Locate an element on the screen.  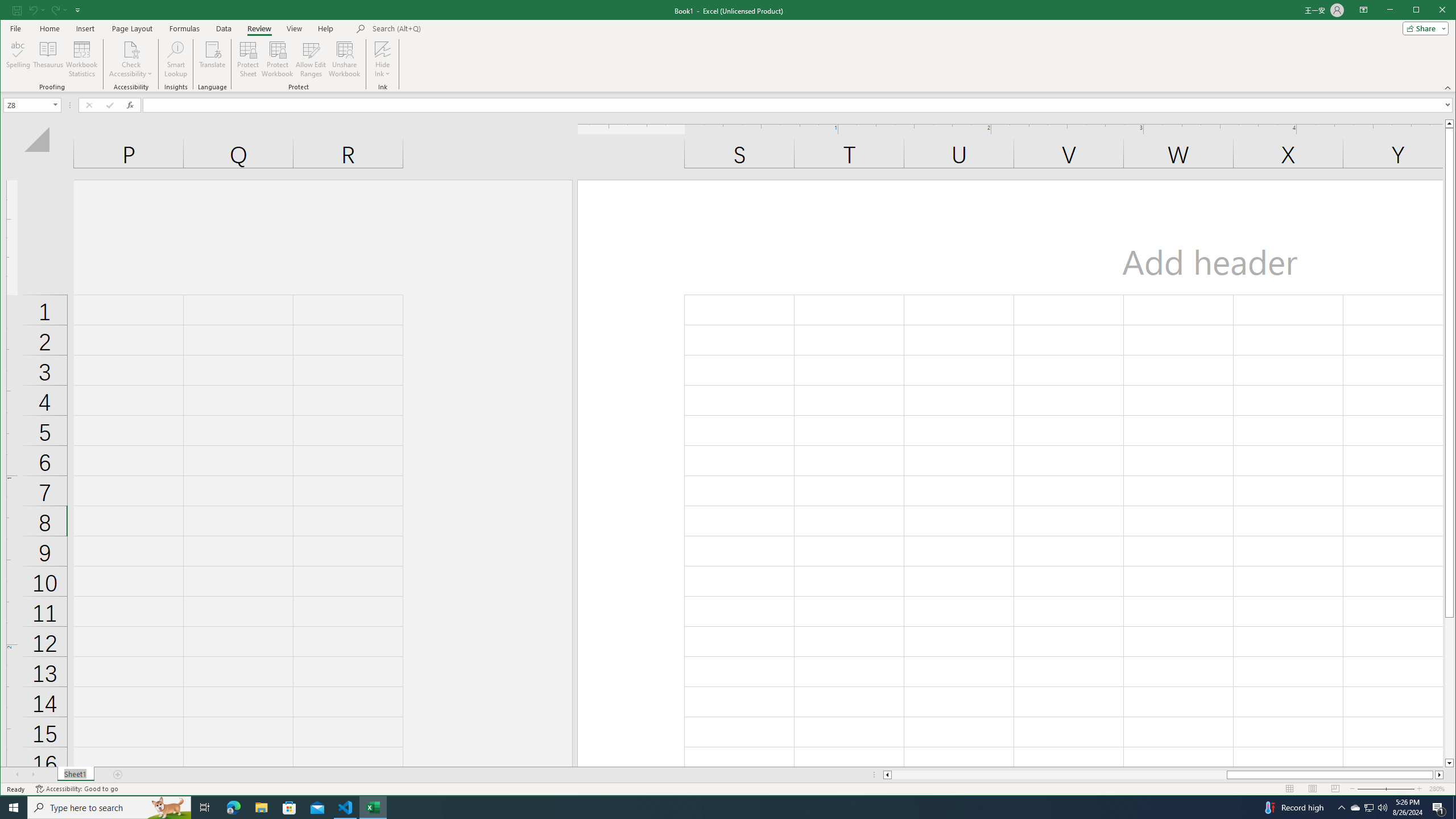
'Microsoft Edge' is located at coordinates (233, 806).